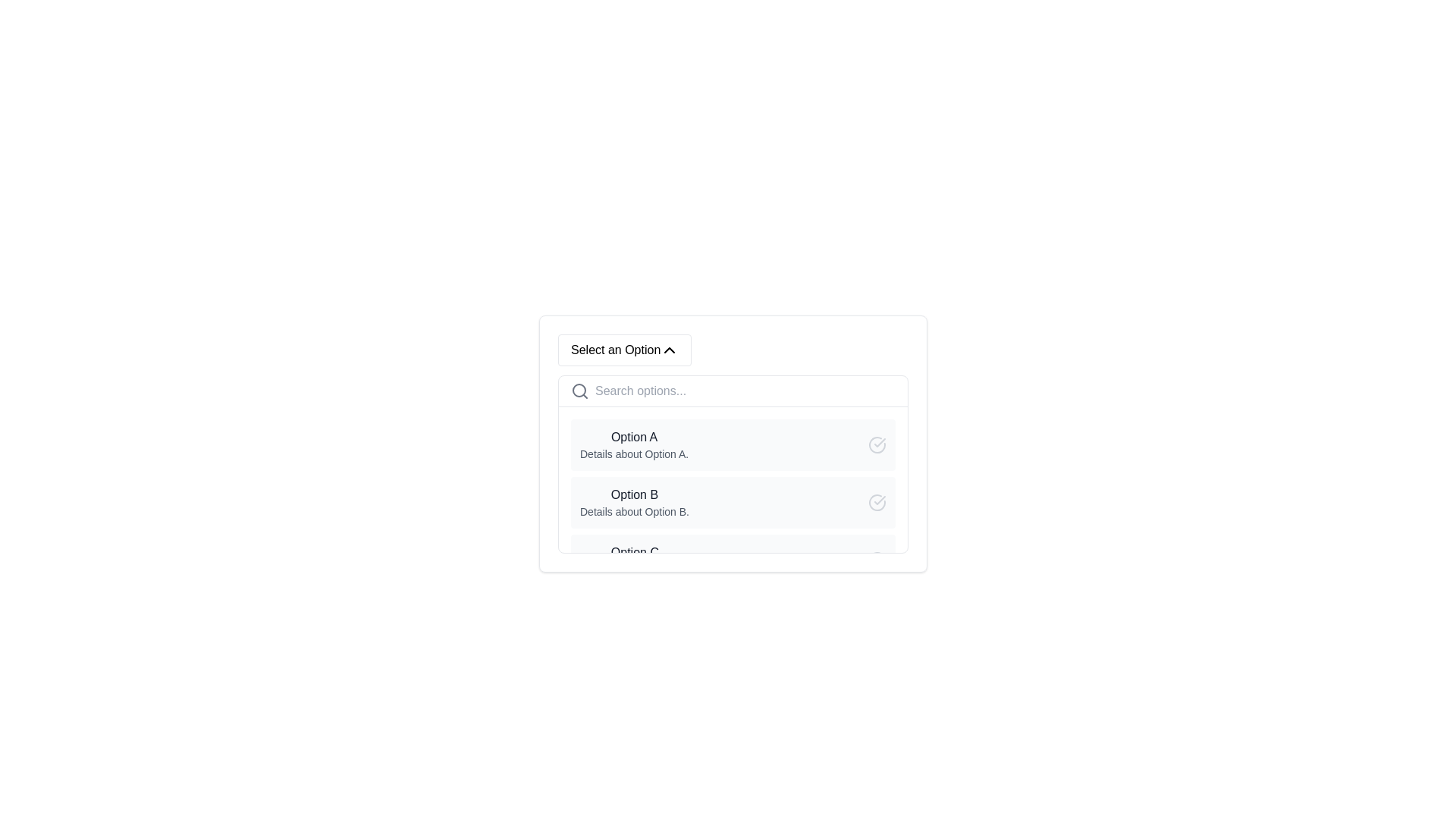  I want to click on the Dropdown option element titled 'Option A', so click(733, 444).